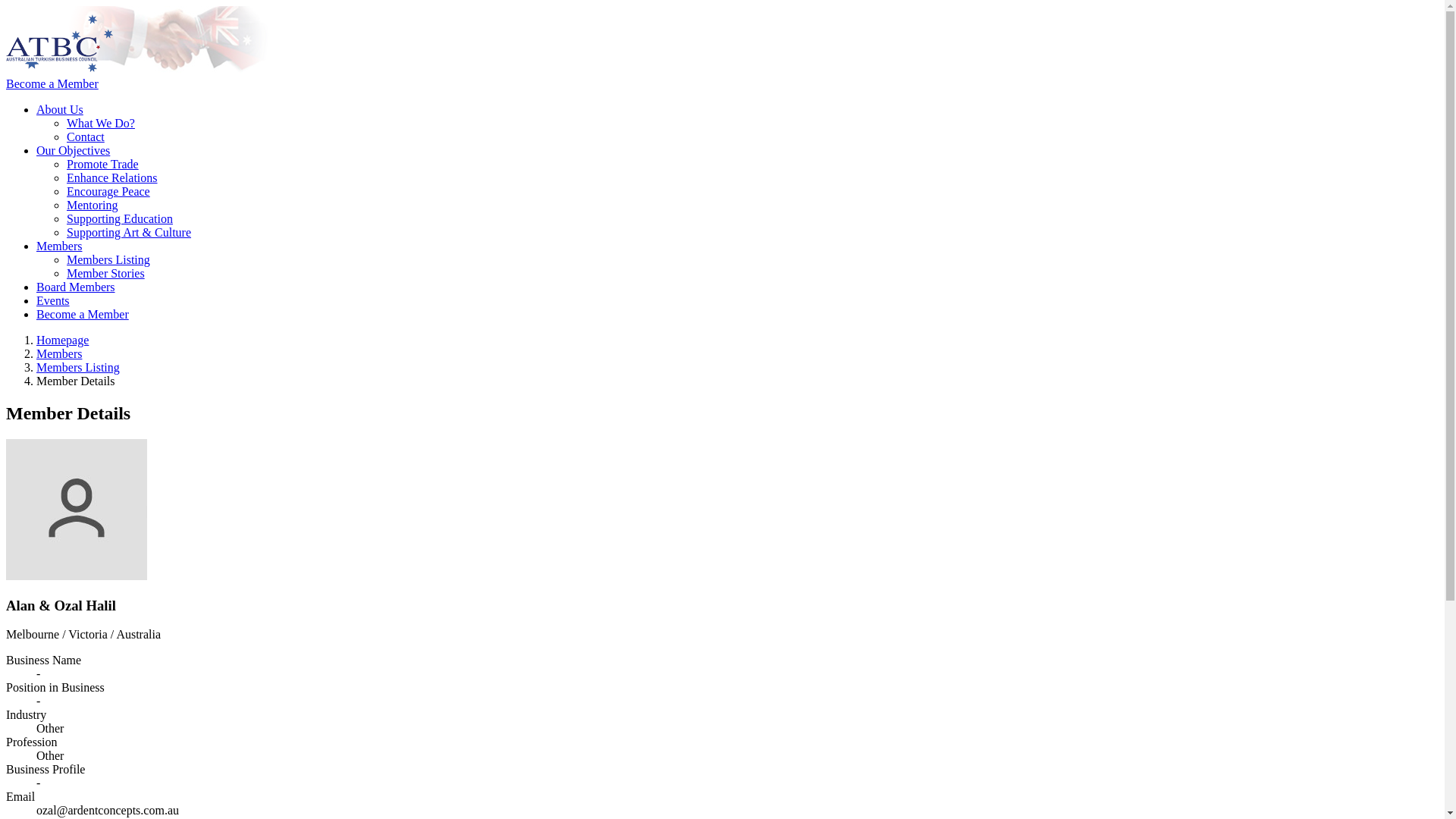 The image size is (1456, 819). What do you see at coordinates (53, 300) in the screenshot?
I see `'Events'` at bounding box center [53, 300].